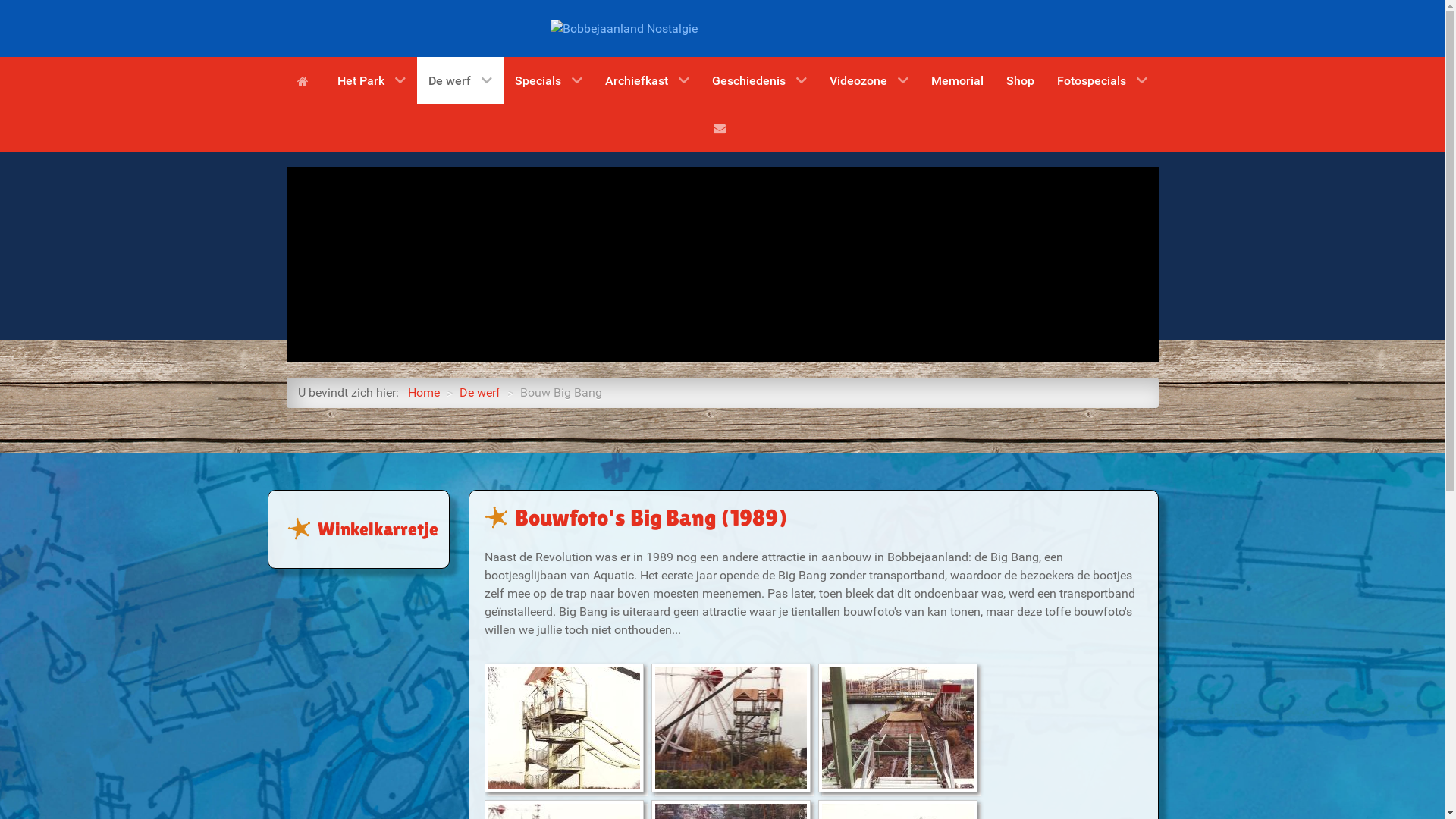  What do you see at coordinates (731, 727) in the screenshot?
I see `'Click to enlarge image bouwbigbang02.jpg'` at bounding box center [731, 727].